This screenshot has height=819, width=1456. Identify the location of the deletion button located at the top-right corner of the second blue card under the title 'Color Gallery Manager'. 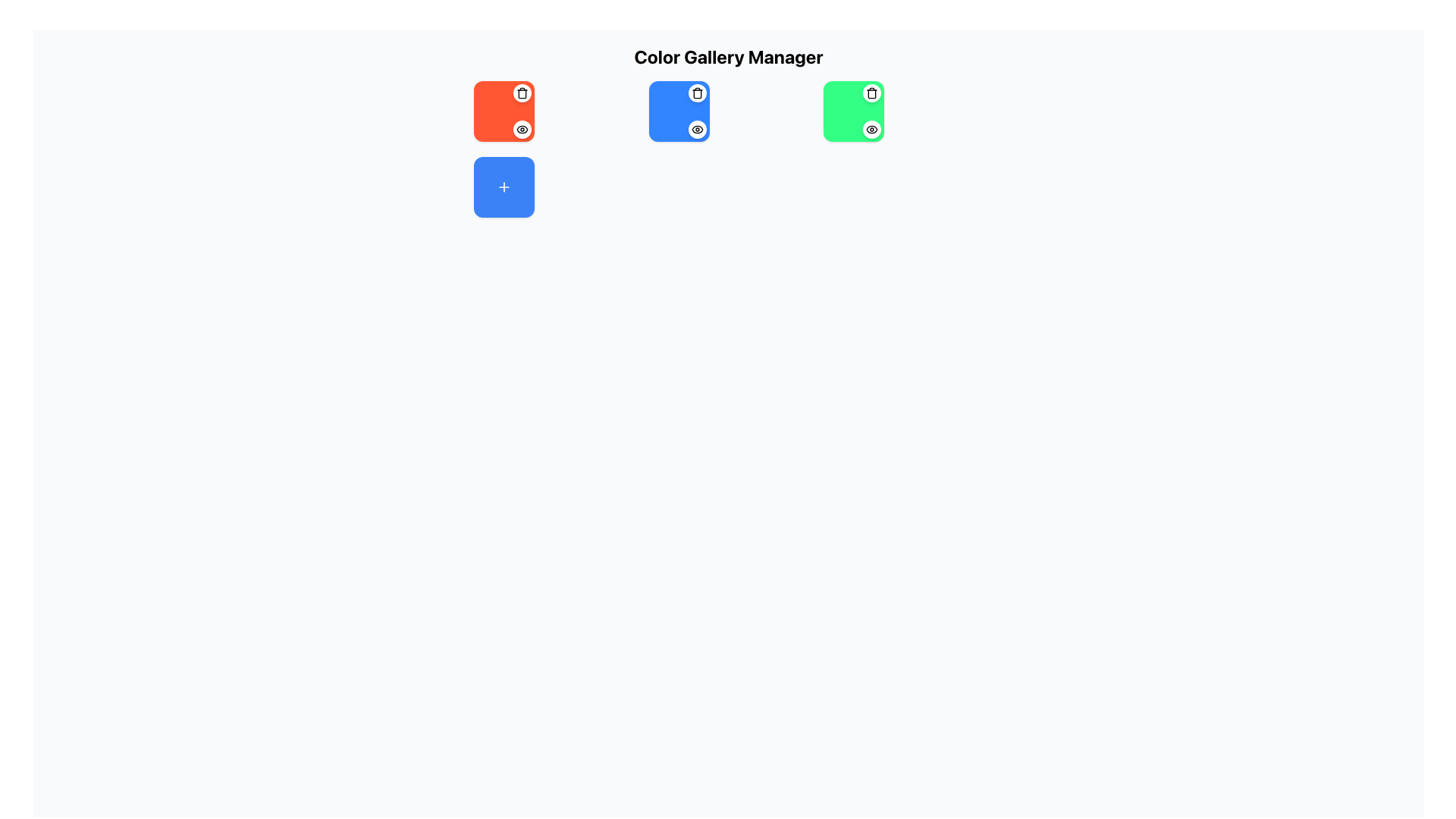
(696, 93).